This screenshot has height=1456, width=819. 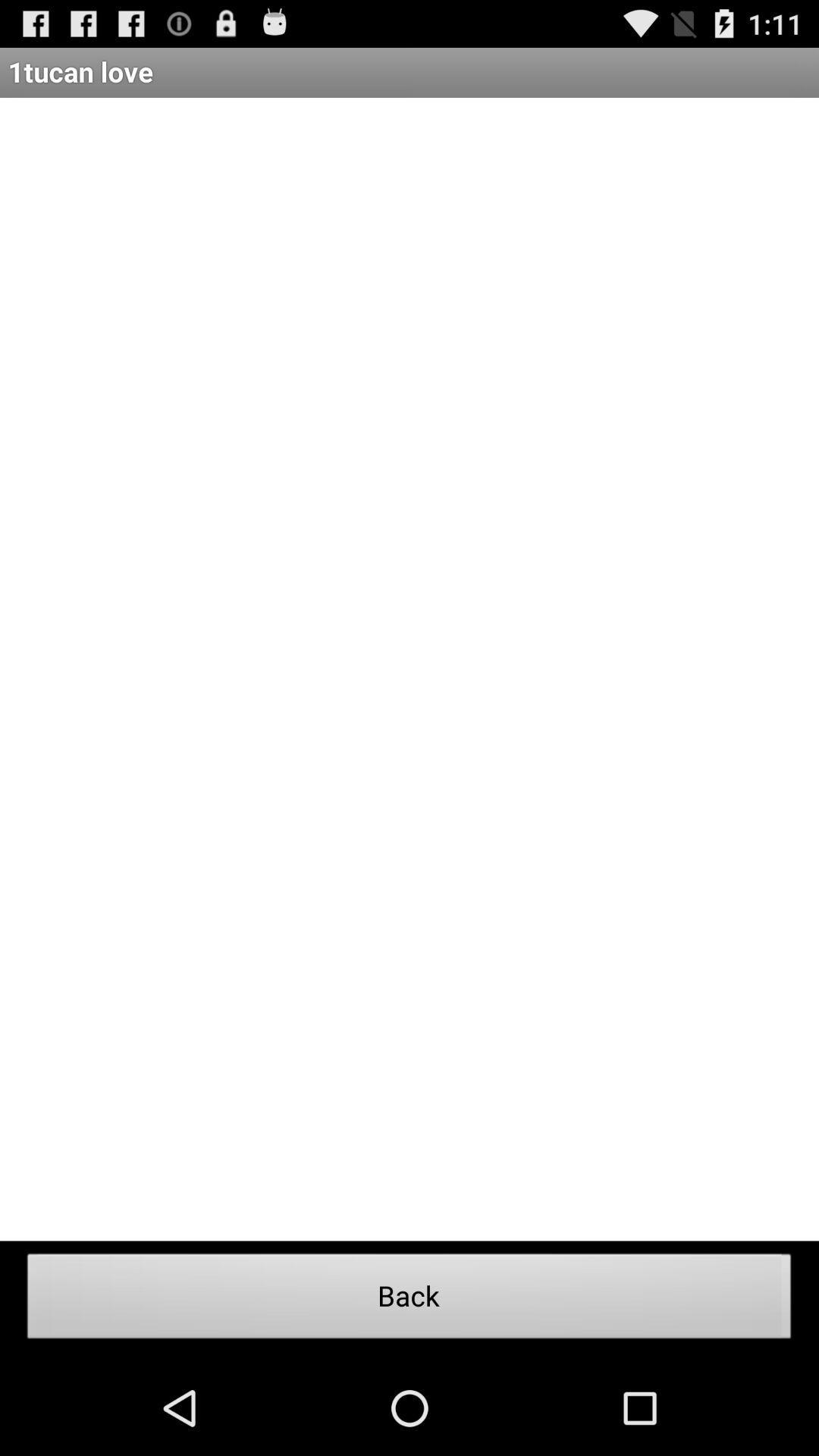 What do you see at coordinates (409, 668) in the screenshot?
I see `icon at the center` at bounding box center [409, 668].